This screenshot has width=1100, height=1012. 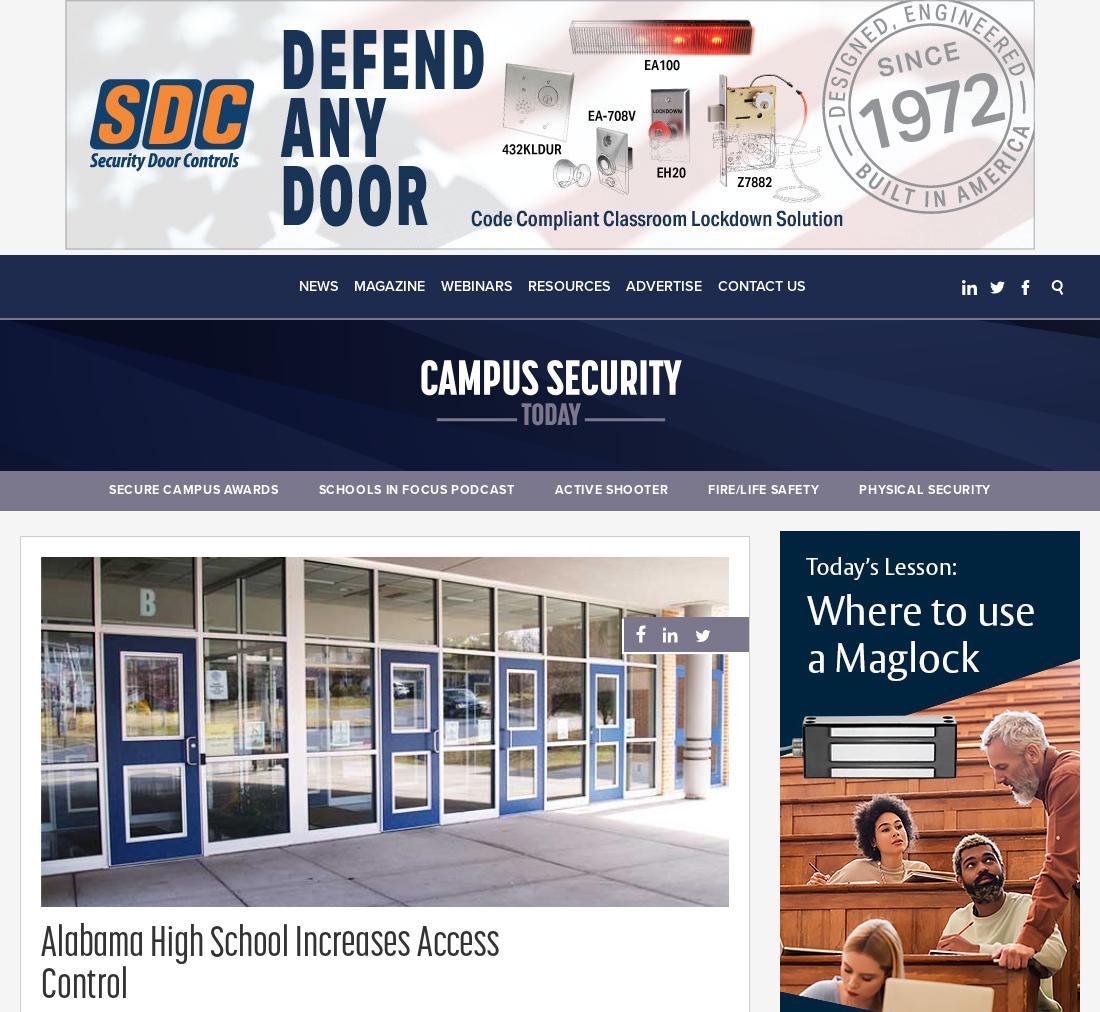 What do you see at coordinates (192, 490) in the screenshot?
I see `'Secure Campus Awards'` at bounding box center [192, 490].